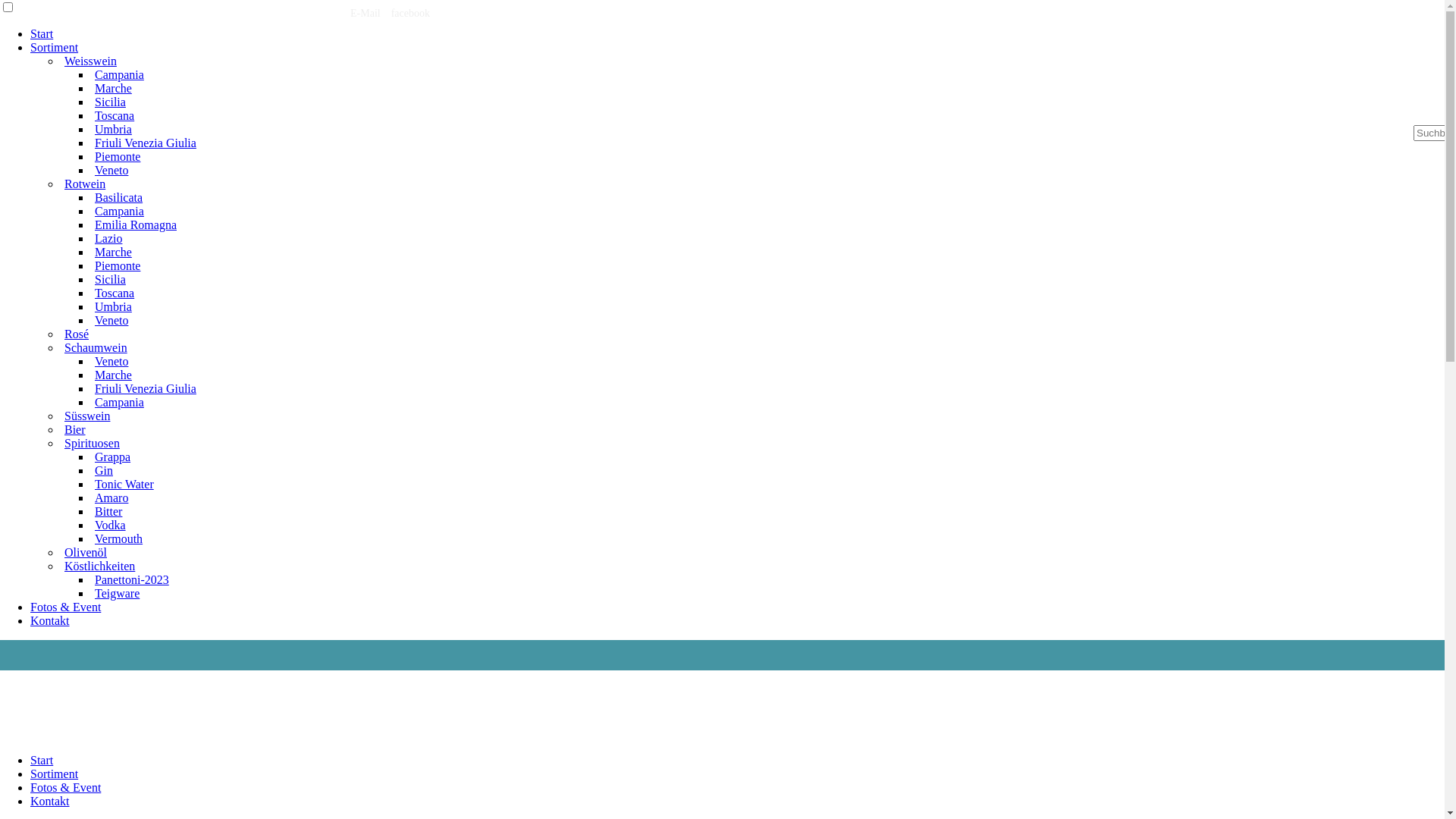 Image resolution: width=1456 pixels, height=819 pixels. I want to click on 'Bier', so click(74, 429).